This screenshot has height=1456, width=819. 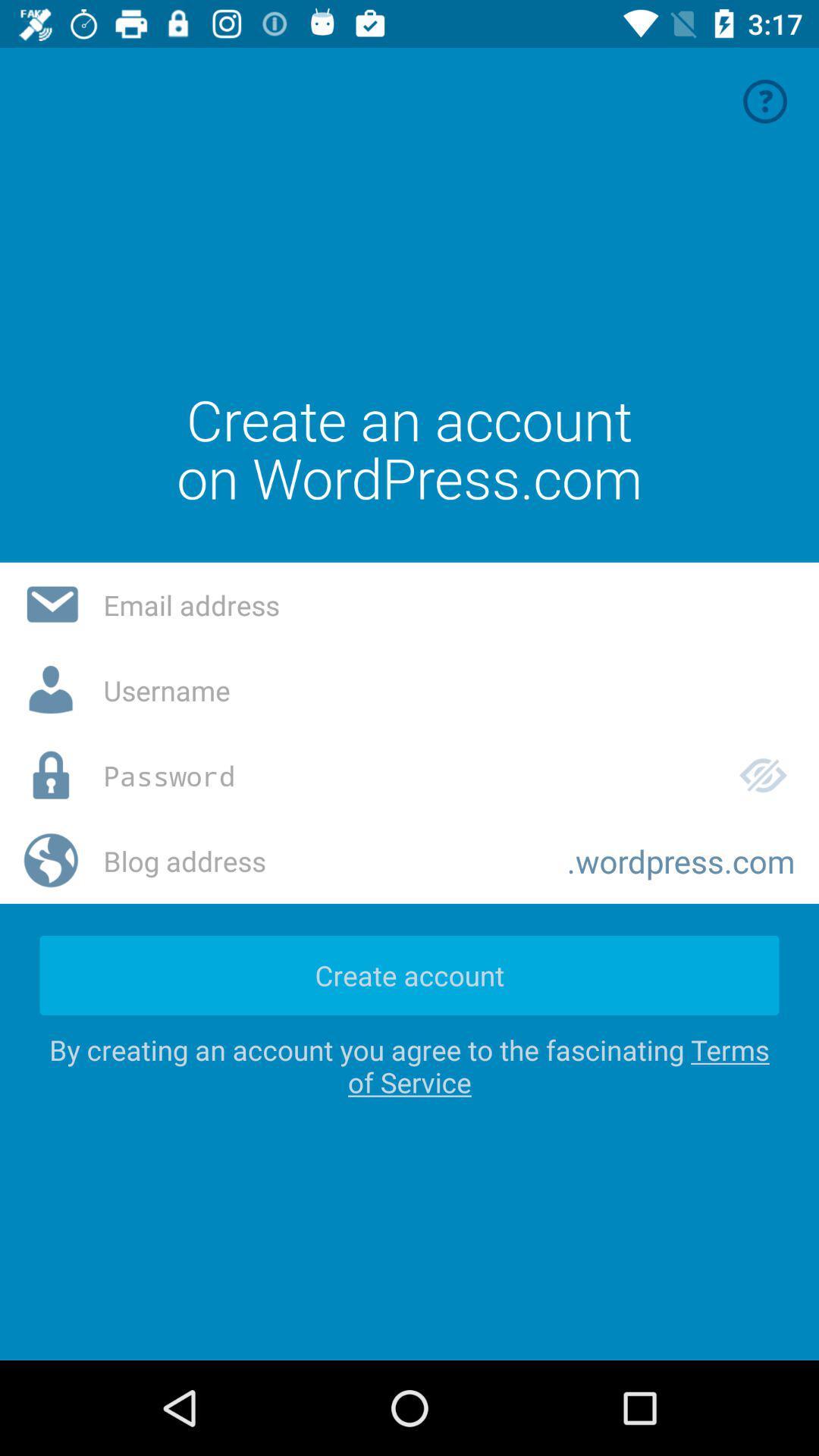 What do you see at coordinates (409, 975) in the screenshot?
I see `create account` at bounding box center [409, 975].